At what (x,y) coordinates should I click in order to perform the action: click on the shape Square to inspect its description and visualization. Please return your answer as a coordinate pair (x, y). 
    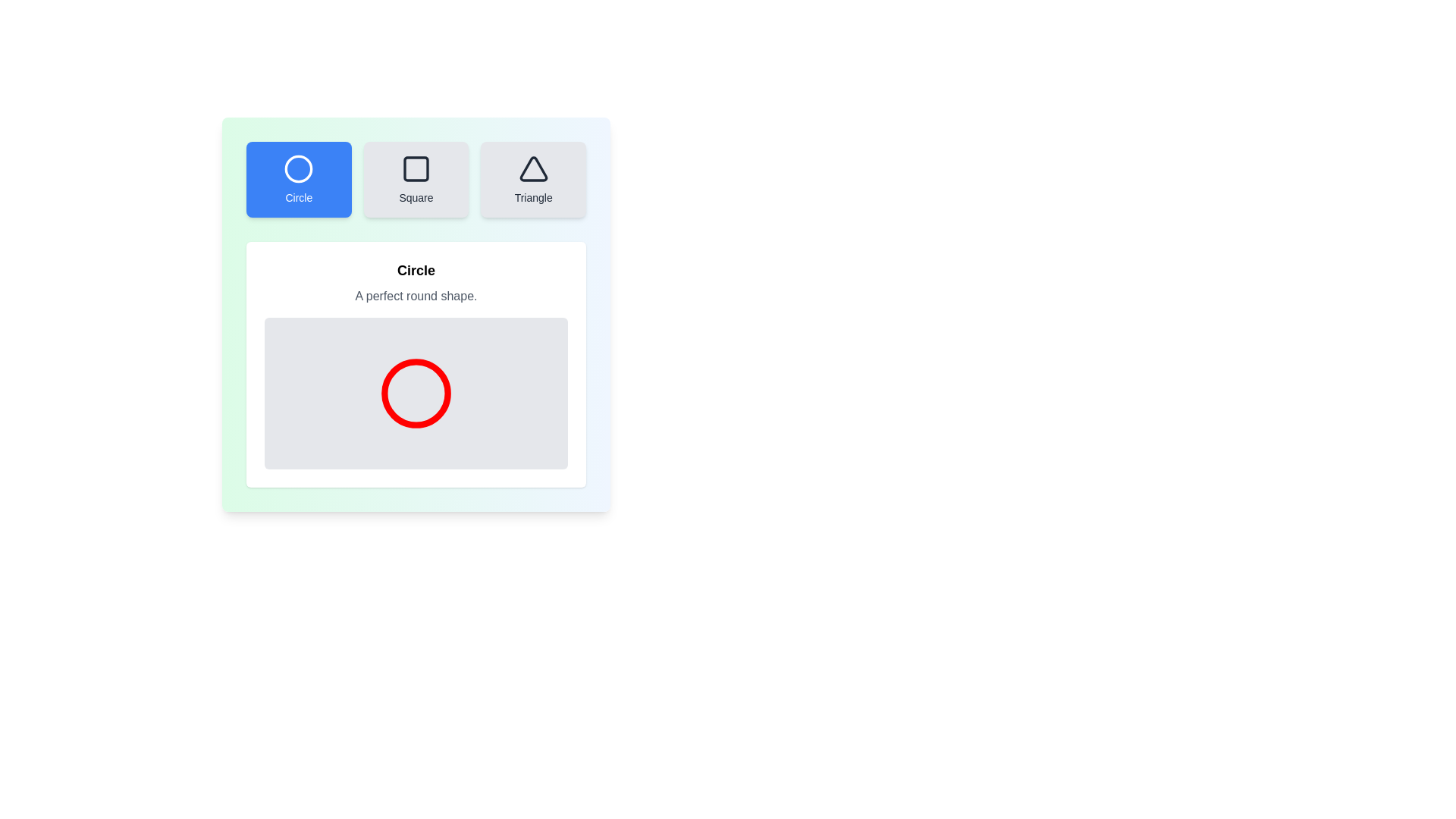
    Looking at the image, I should click on (416, 178).